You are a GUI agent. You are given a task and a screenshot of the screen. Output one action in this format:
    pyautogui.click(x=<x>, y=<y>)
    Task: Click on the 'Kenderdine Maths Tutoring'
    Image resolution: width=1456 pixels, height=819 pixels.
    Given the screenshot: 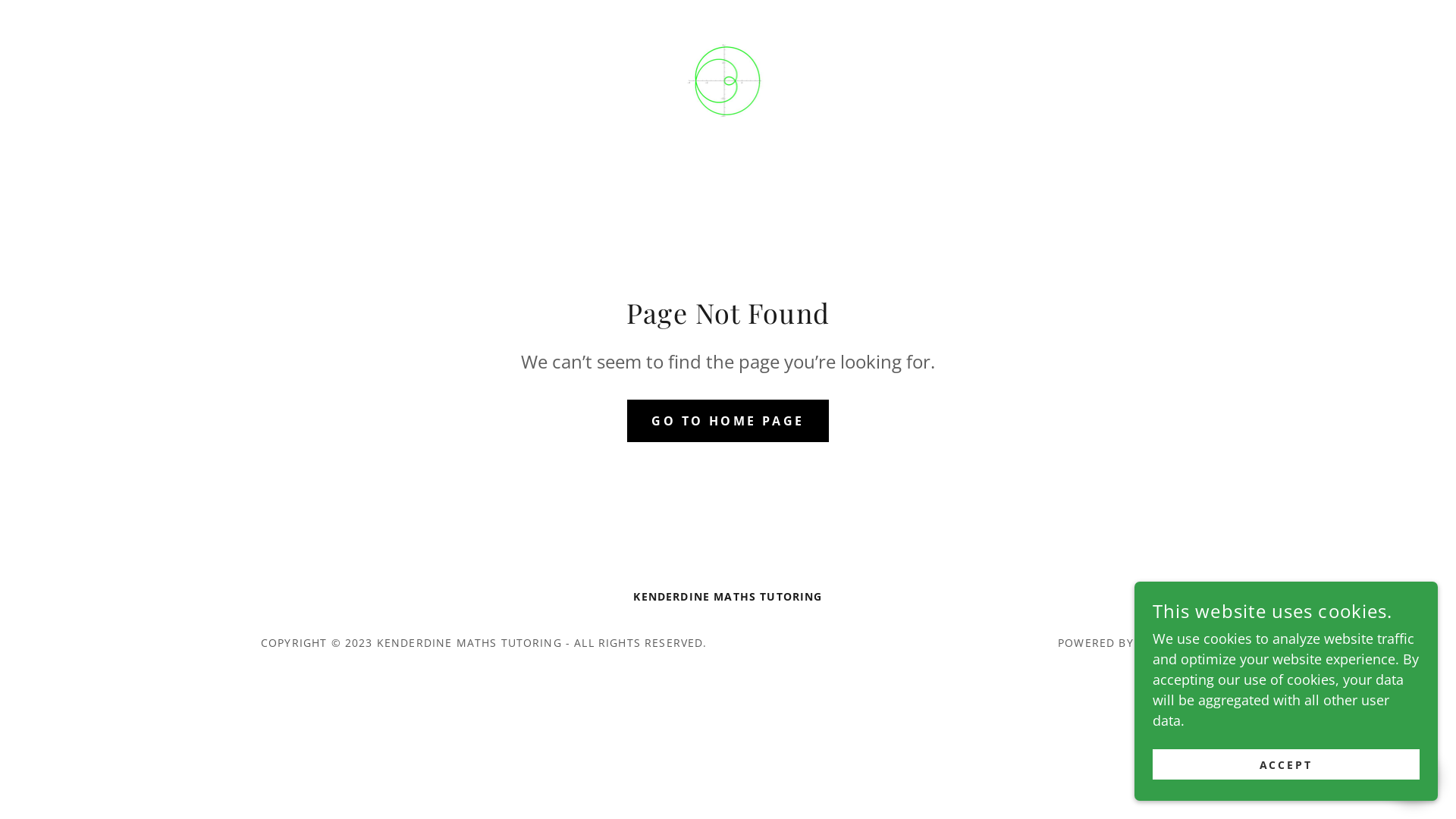 What is the action you would take?
    pyautogui.click(x=728, y=79)
    